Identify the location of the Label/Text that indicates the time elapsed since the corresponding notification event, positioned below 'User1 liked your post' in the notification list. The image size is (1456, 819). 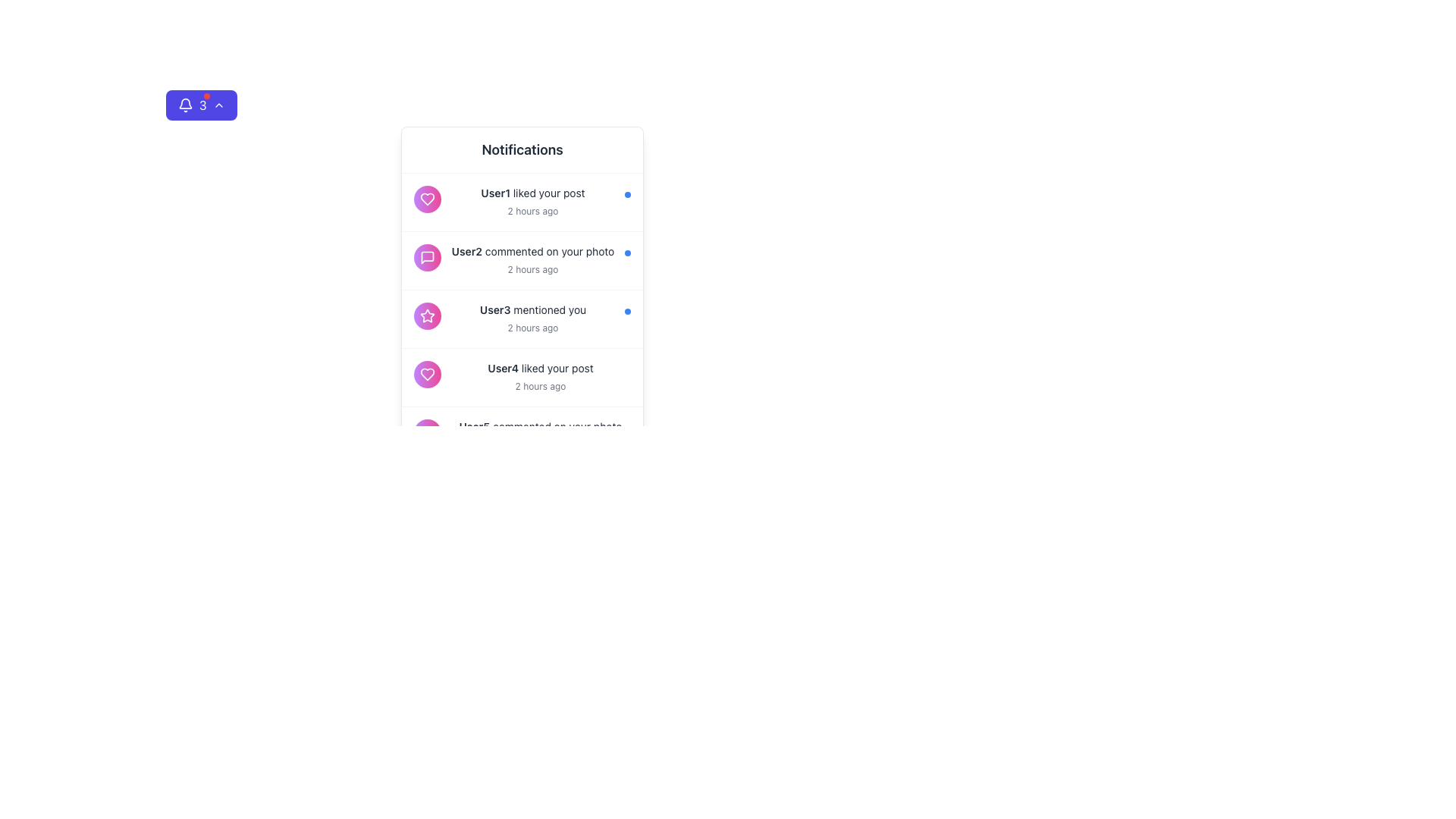
(532, 211).